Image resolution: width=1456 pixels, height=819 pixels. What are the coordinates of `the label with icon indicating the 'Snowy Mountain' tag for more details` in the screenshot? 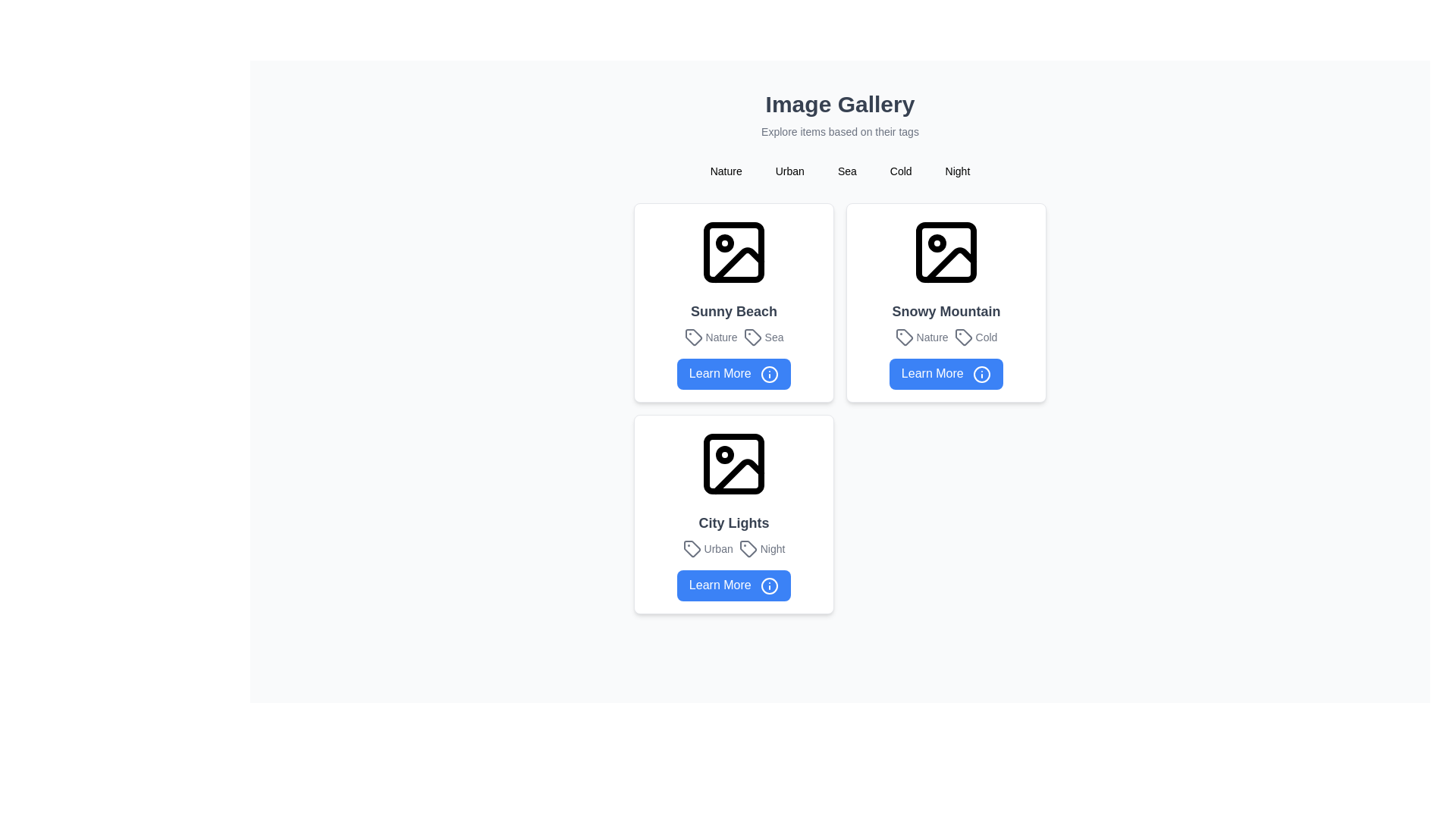 It's located at (975, 336).